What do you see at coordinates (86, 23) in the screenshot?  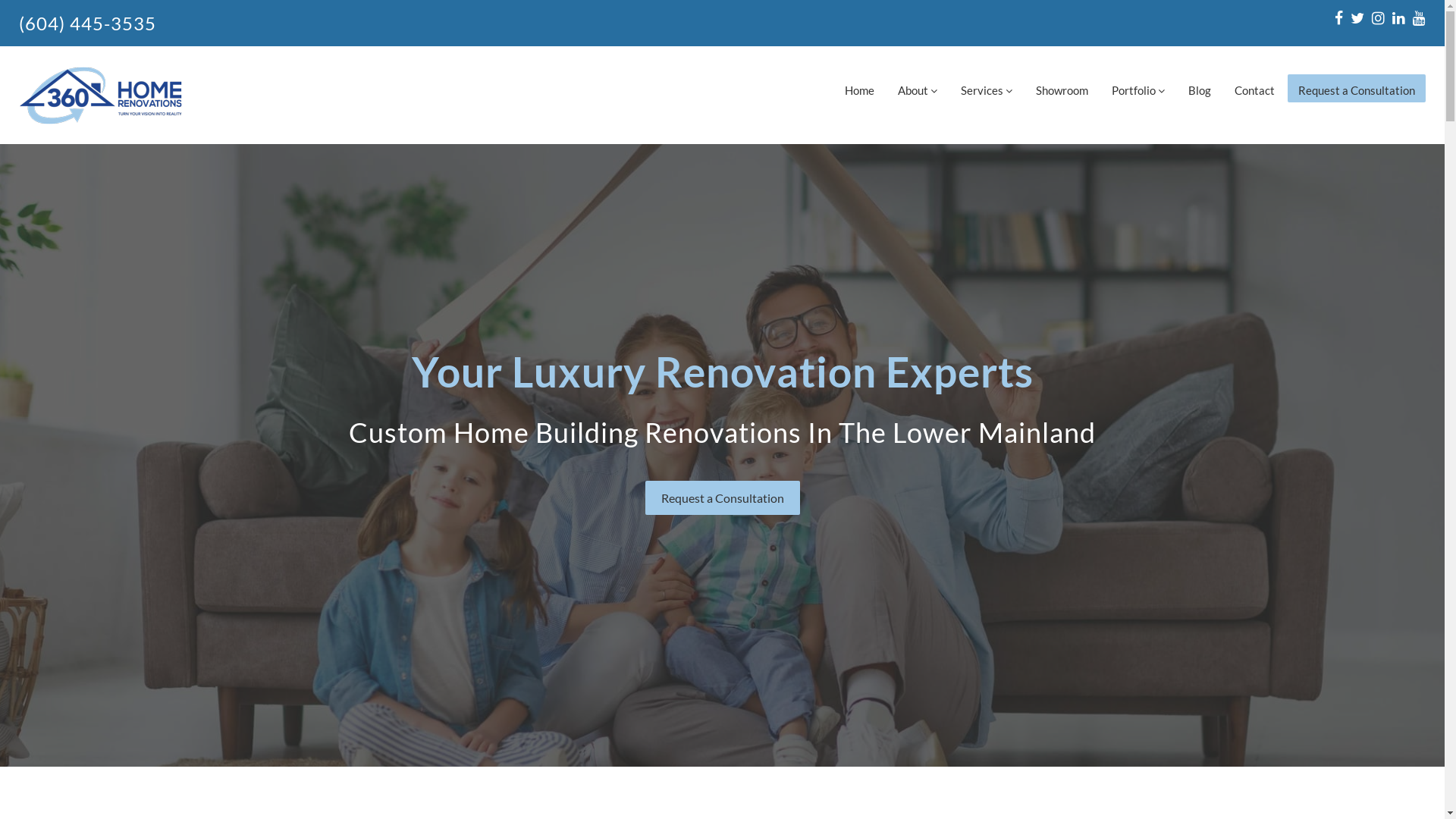 I see `'(604) 445-3535'` at bounding box center [86, 23].